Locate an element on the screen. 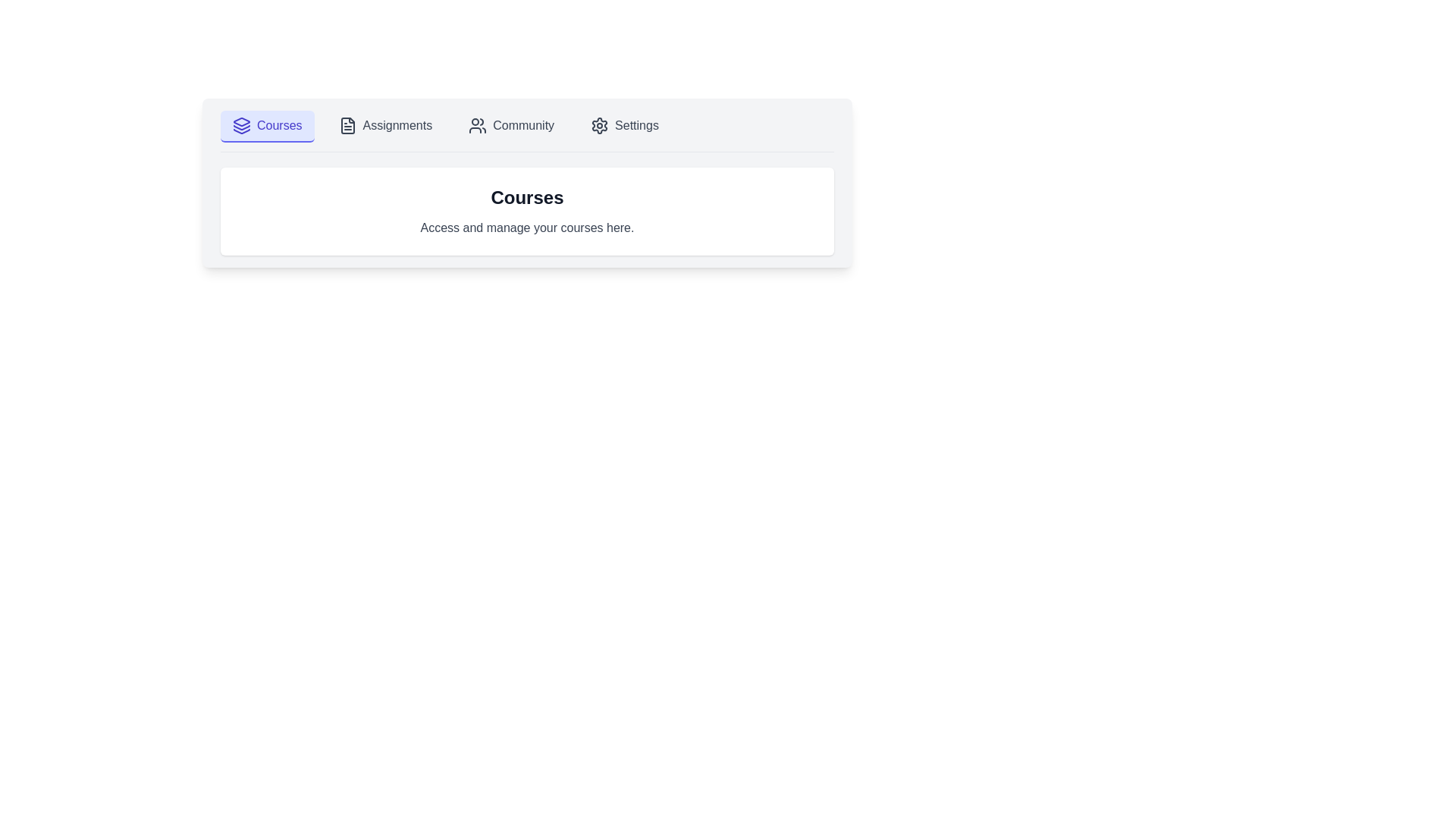  the 'Assignments' text label in the navigation bar to trigger a visual change is located at coordinates (397, 124).